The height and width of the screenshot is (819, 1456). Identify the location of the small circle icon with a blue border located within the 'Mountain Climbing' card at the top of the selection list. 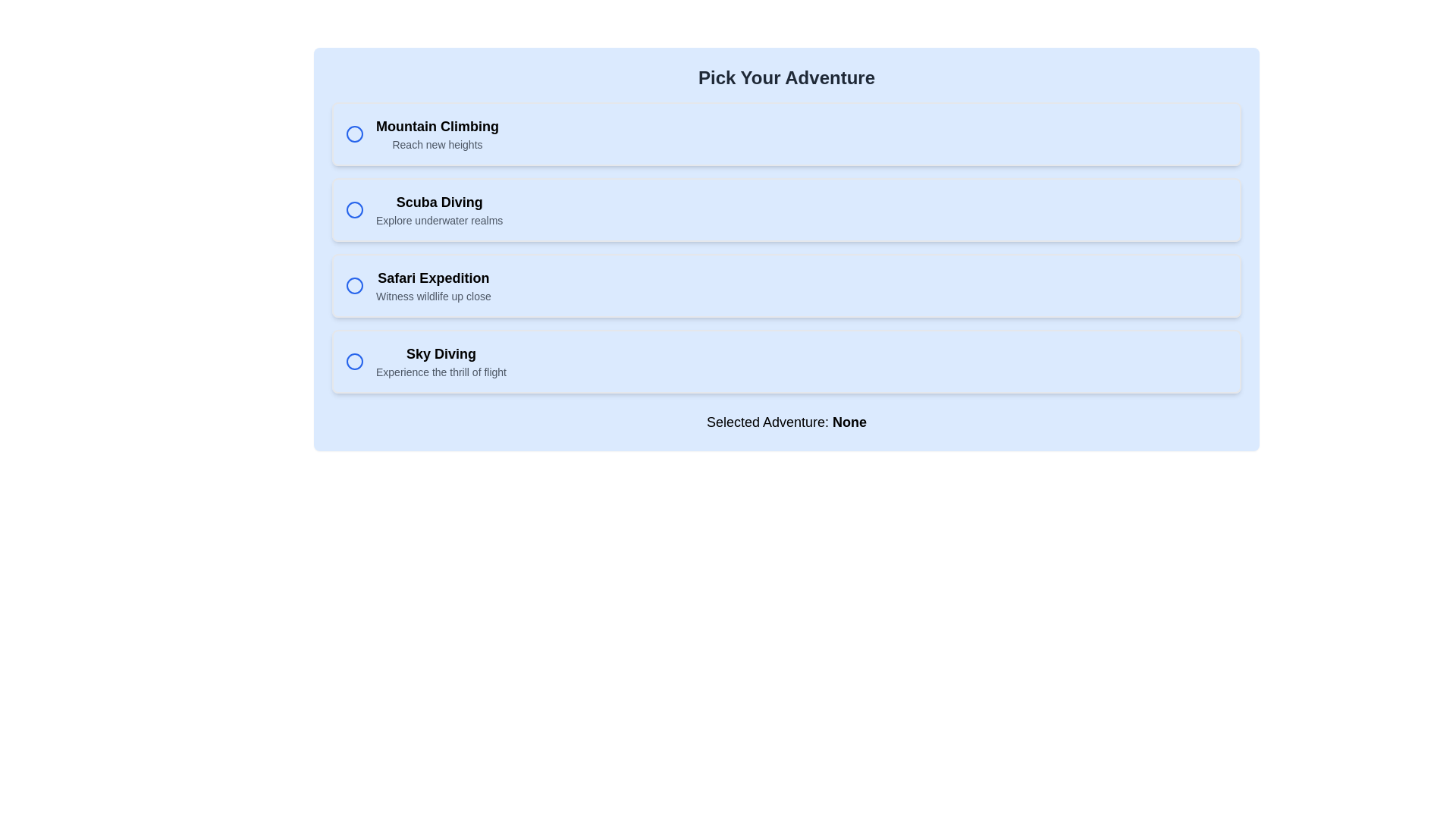
(353, 133).